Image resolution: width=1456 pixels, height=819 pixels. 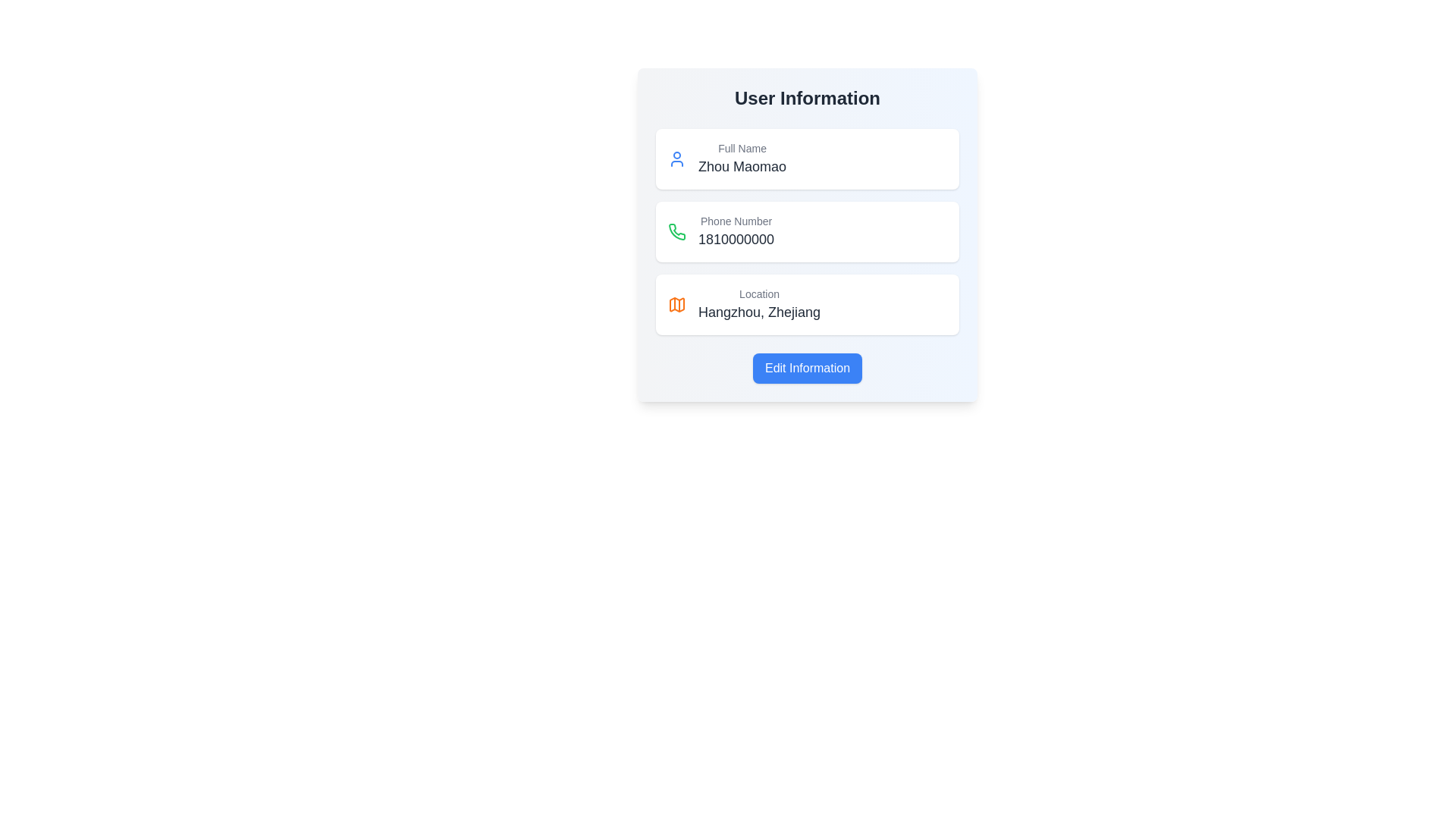 I want to click on the text label displaying 'Hangzhou, Zhejiang' which is styled in dark gray and located below the 'Location' label, so click(x=759, y=312).